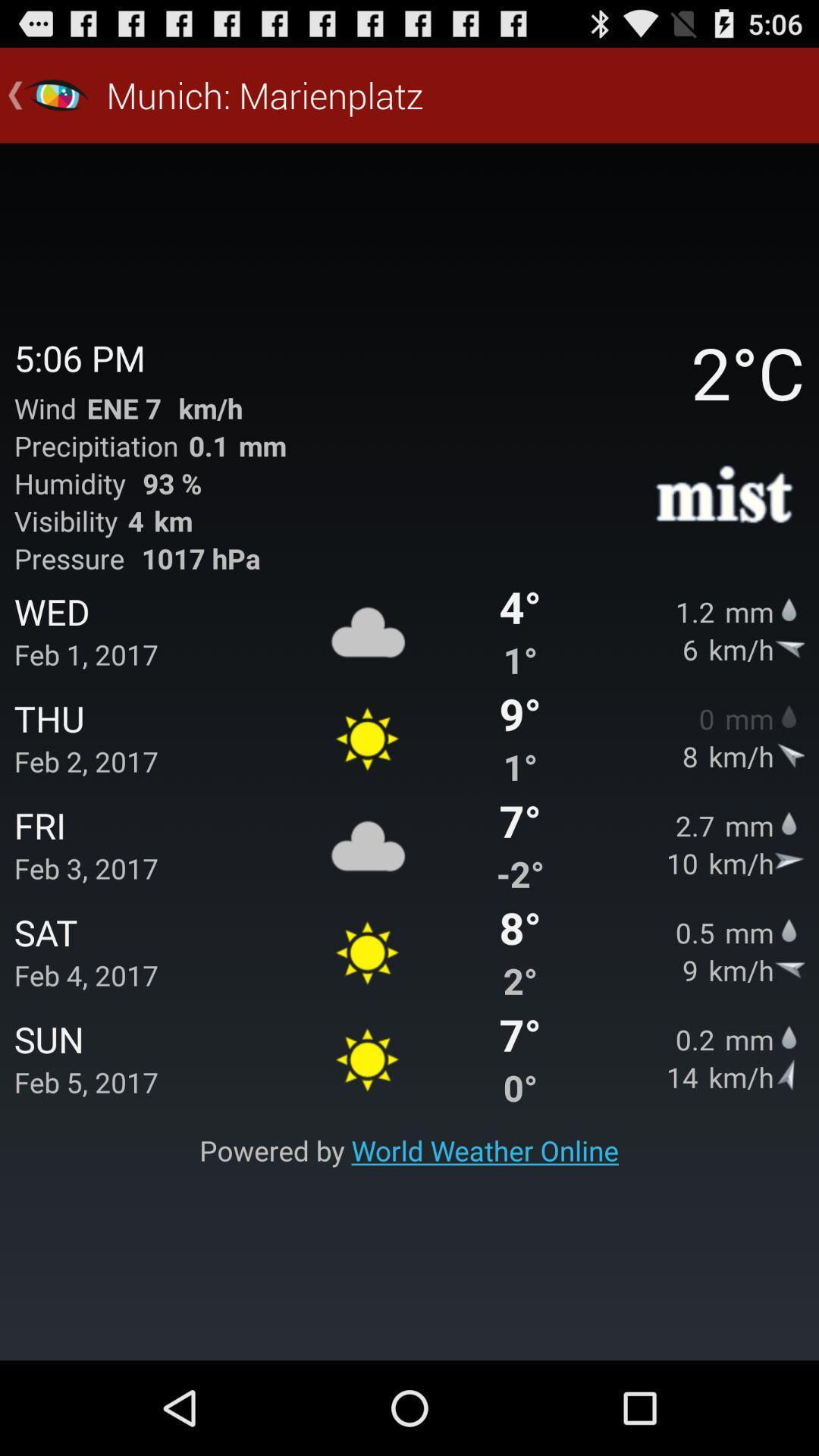 The width and height of the screenshot is (819, 1456). I want to click on the icon which is next to the 27 mm, so click(789, 821).